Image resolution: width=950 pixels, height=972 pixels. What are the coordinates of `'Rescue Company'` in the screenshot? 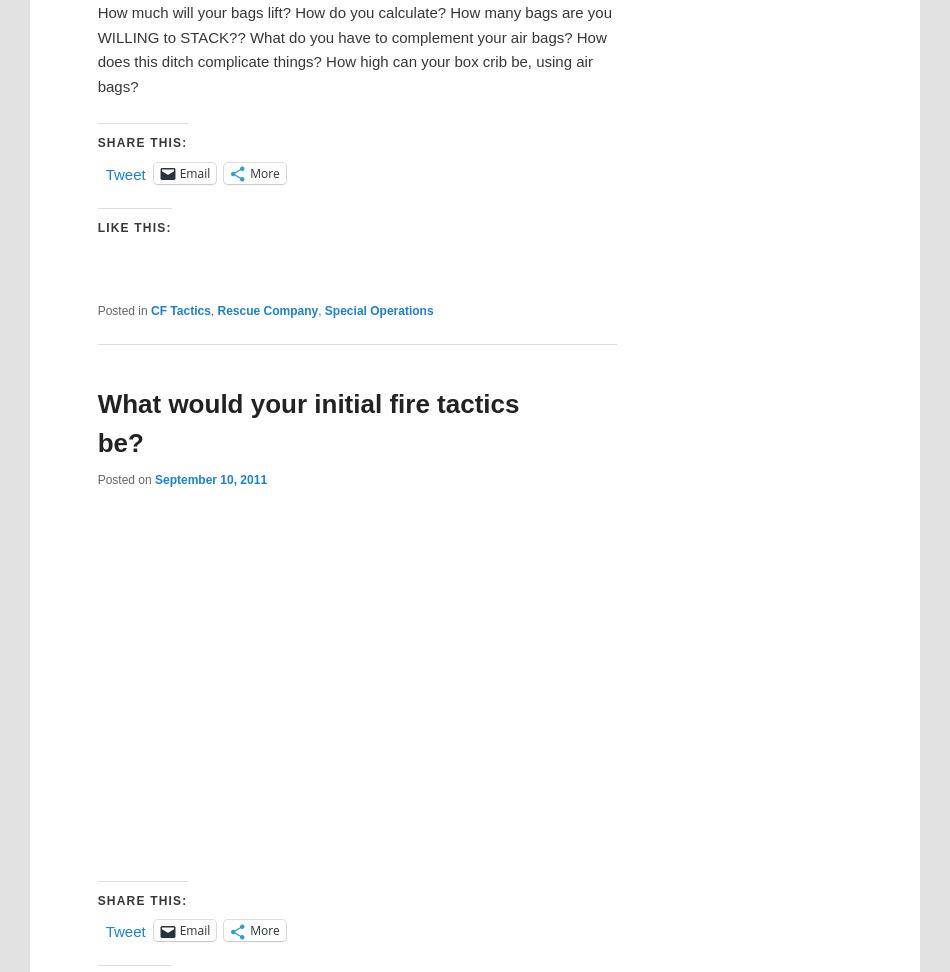 It's located at (216, 310).